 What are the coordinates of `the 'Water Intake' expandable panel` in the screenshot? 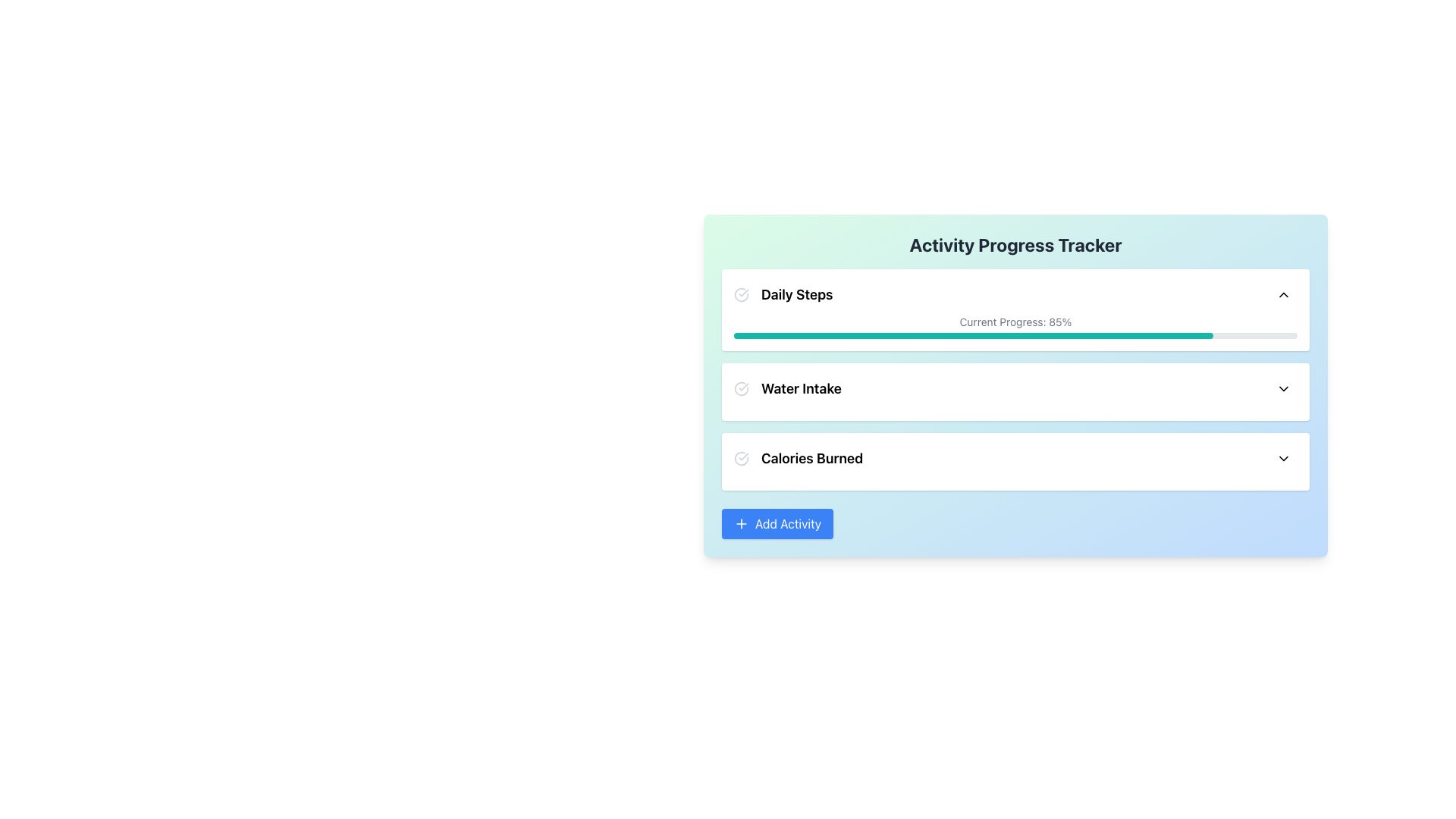 It's located at (1015, 391).